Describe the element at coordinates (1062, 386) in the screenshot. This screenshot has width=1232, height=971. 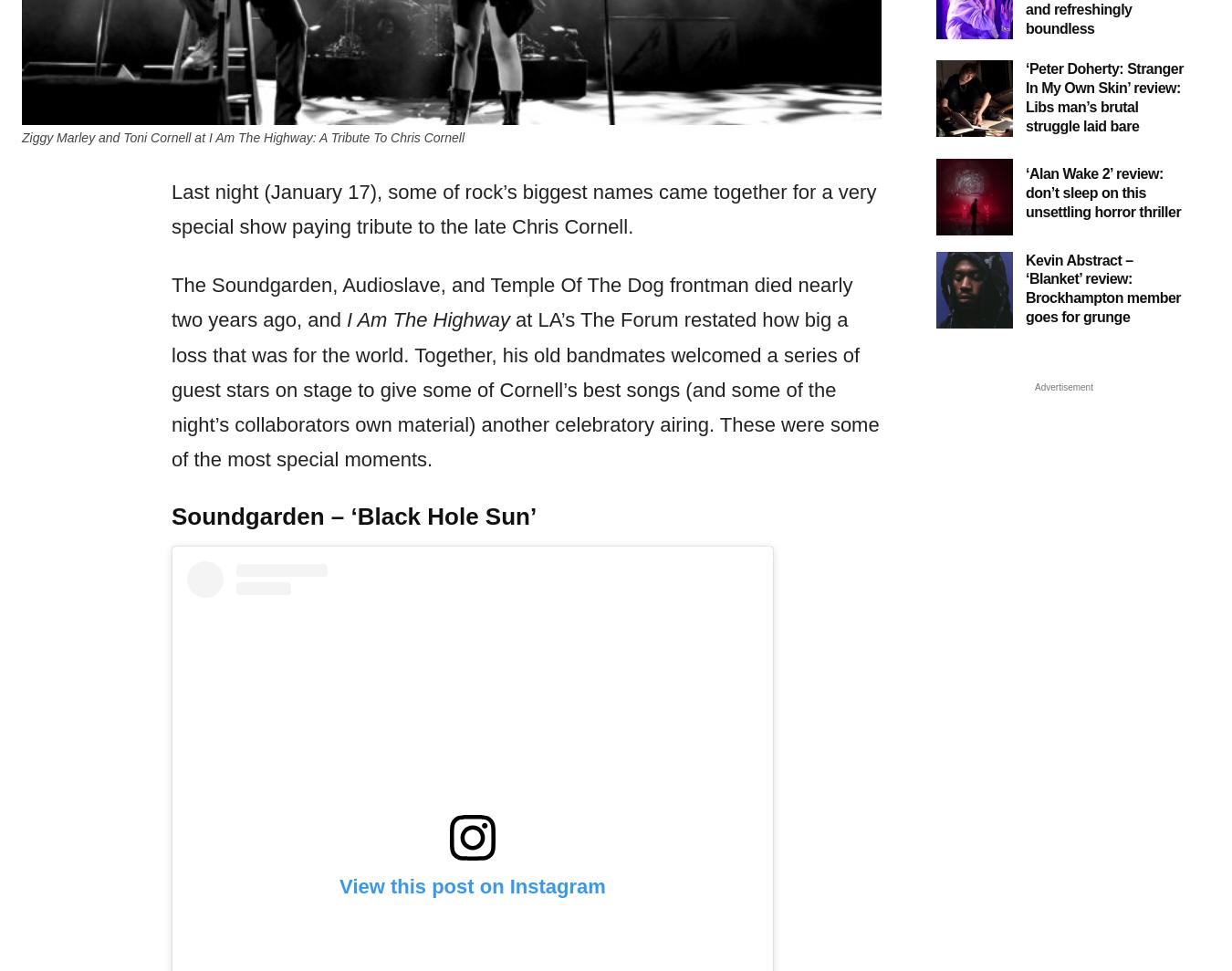
I see `'Advertisement'` at that location.